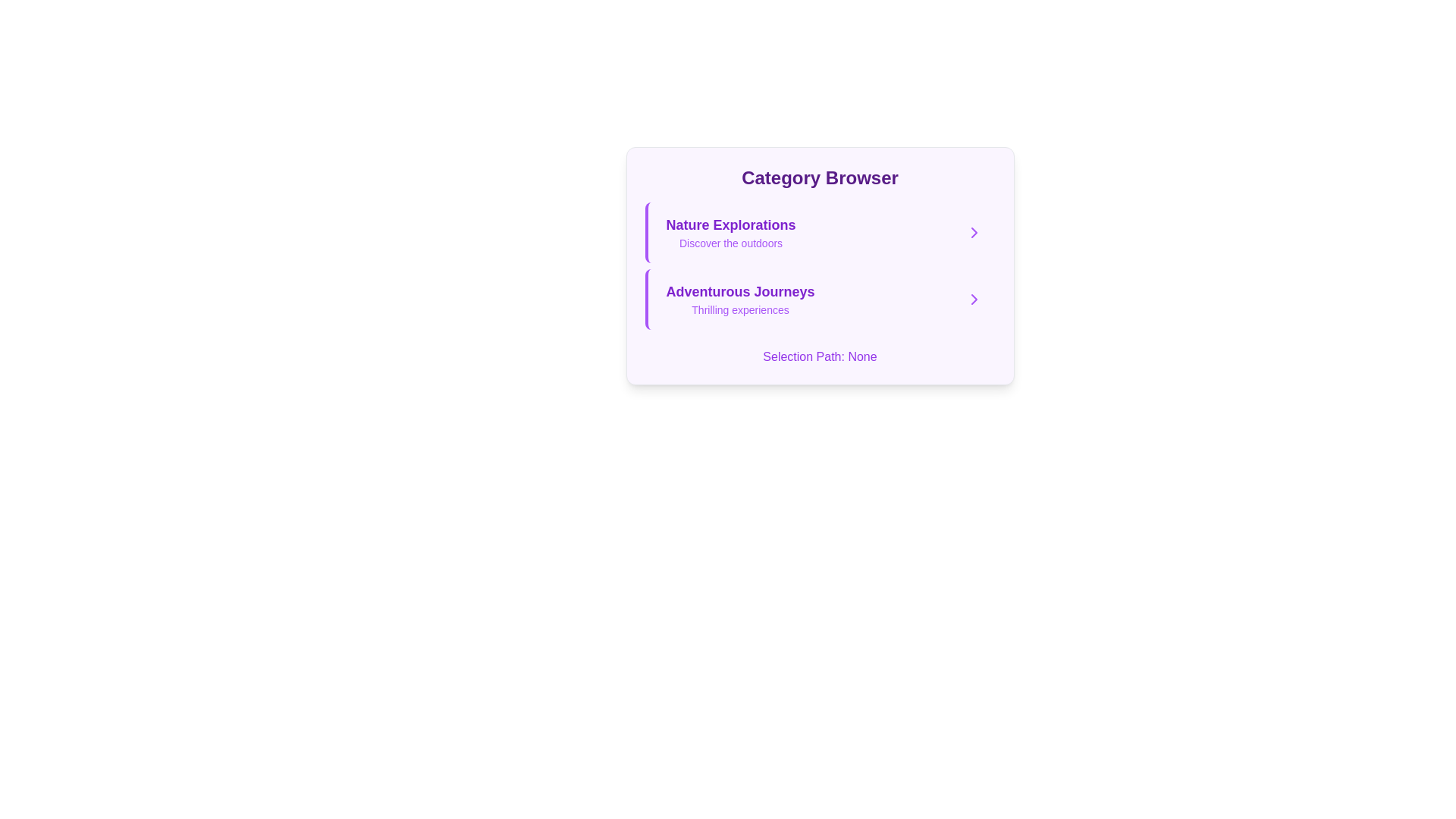 The image size is (1456, 819). Describe the element at coordinates (740, 299) in the screenshot. I see `the text label titled 'Adventurous Journeys' with the subtitle 'Thrilling experiences', which is the second entry in the 'Category Browser' section` at that location.